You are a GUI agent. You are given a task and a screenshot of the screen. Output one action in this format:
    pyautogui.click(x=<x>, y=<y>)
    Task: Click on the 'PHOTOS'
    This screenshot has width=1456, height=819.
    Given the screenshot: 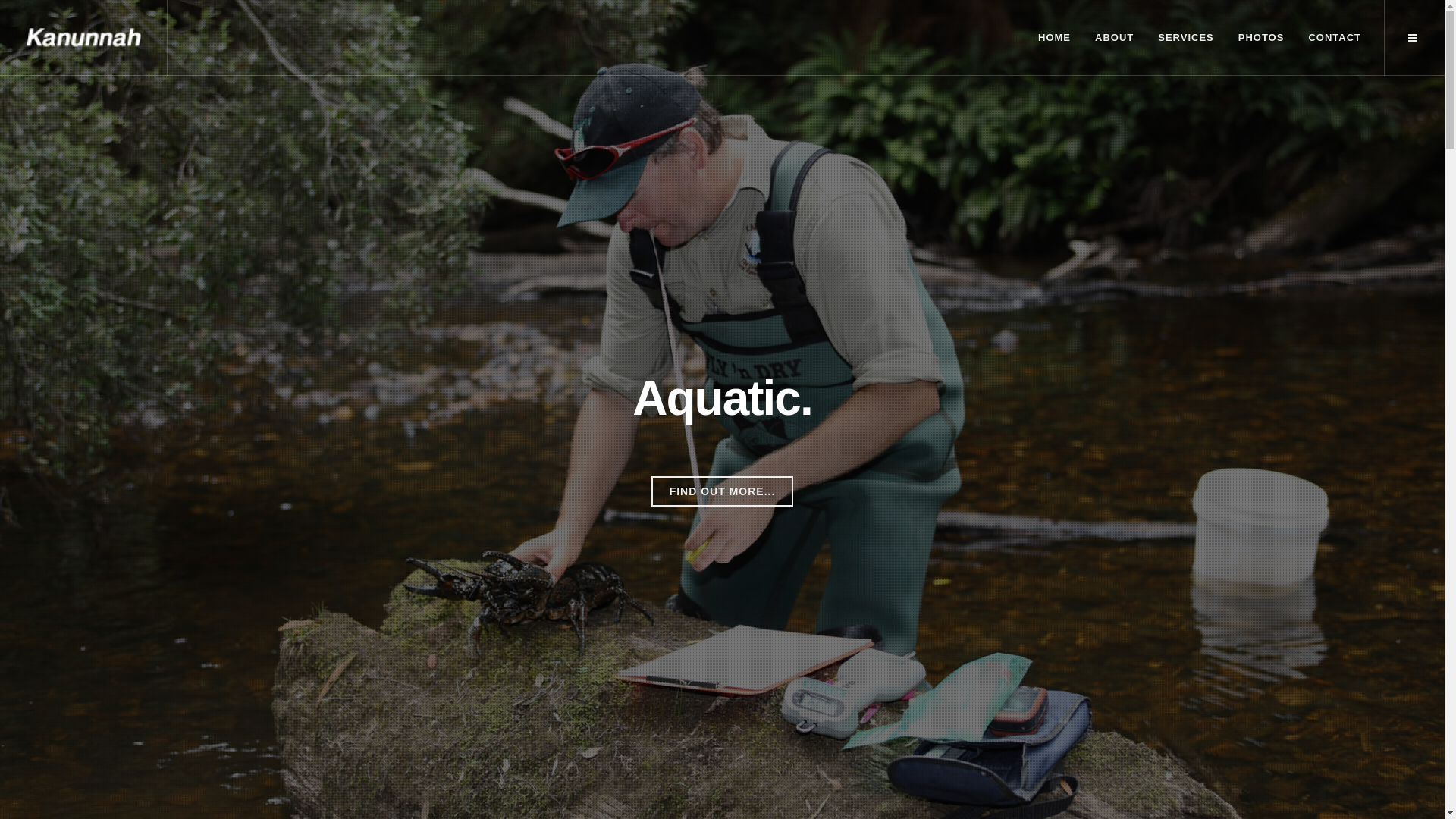 What is the action you would take?
    pyautogui.click(x=1261, y=37)
    